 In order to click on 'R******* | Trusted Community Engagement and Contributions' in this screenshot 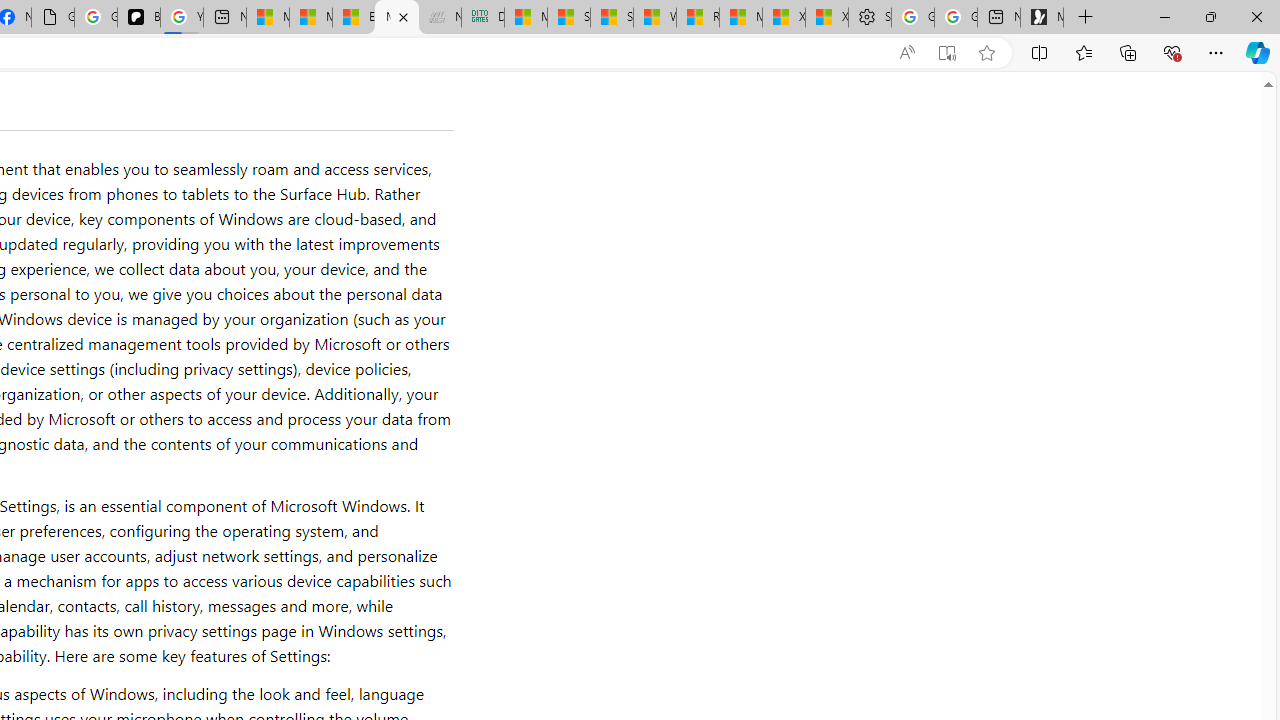, I will do `click(698, 17)`.